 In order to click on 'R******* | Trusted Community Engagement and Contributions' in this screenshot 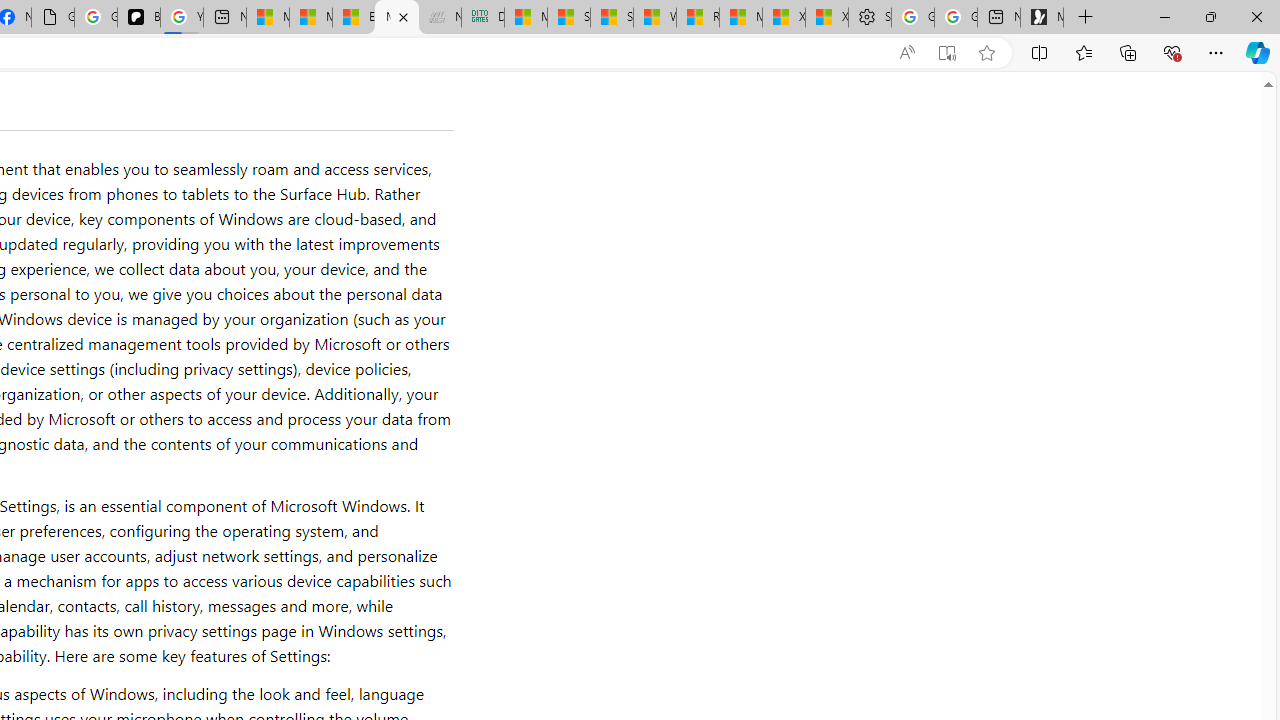, I will do `click(698, 17)`.